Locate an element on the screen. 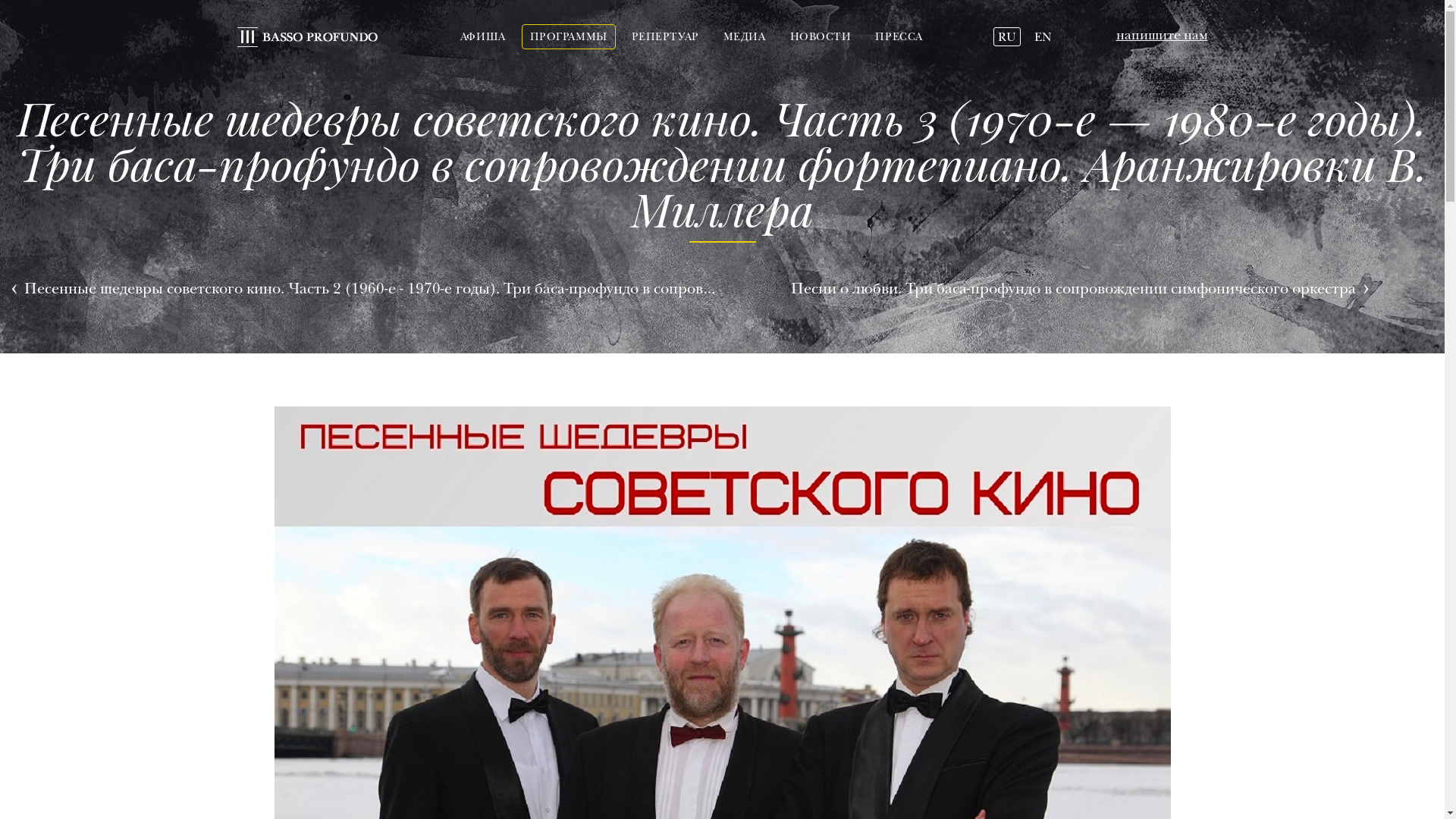 This screenshot has height=819, width=1456. 'EN' is located at coordinates (1042, 36).